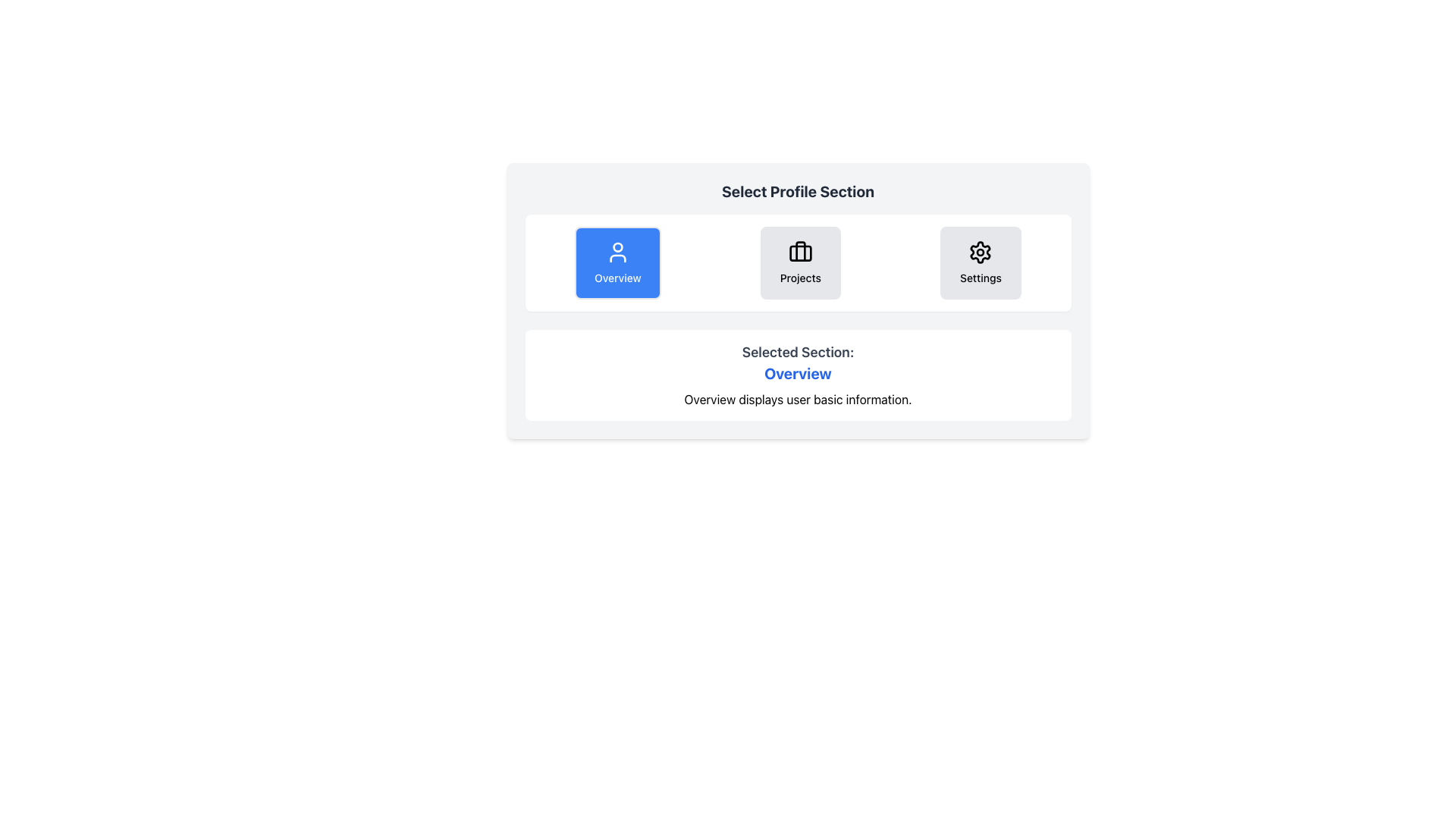 Image resolution: width=1456 pixels, height=819 pixels. I want to click on the blue rounded rectangular button labeled 'Overview' that contains the user icon, so click(617, 251).